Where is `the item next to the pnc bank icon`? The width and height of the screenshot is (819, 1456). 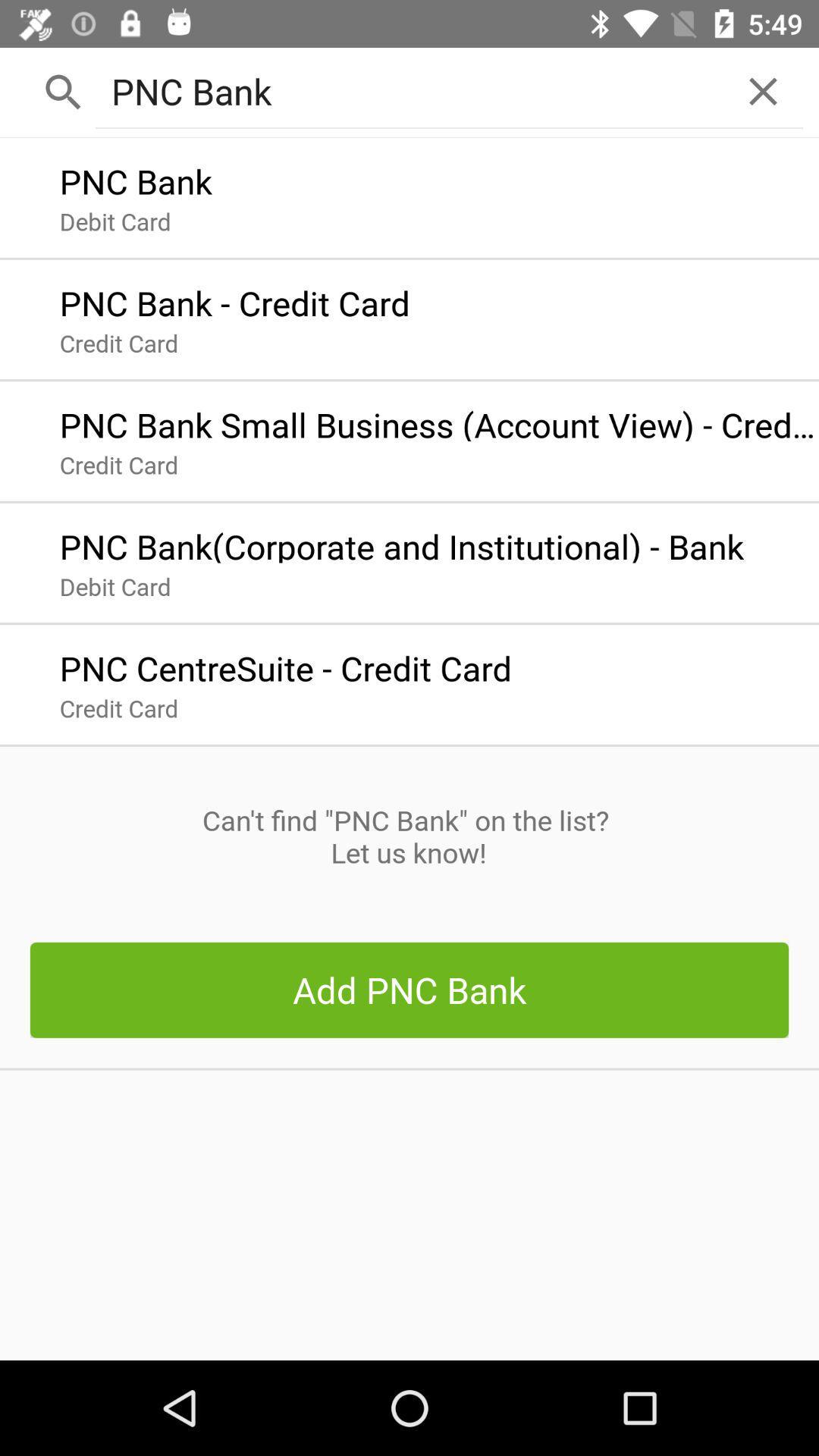
the item next to the pnc bank icon is located at coordinates (763, 90).